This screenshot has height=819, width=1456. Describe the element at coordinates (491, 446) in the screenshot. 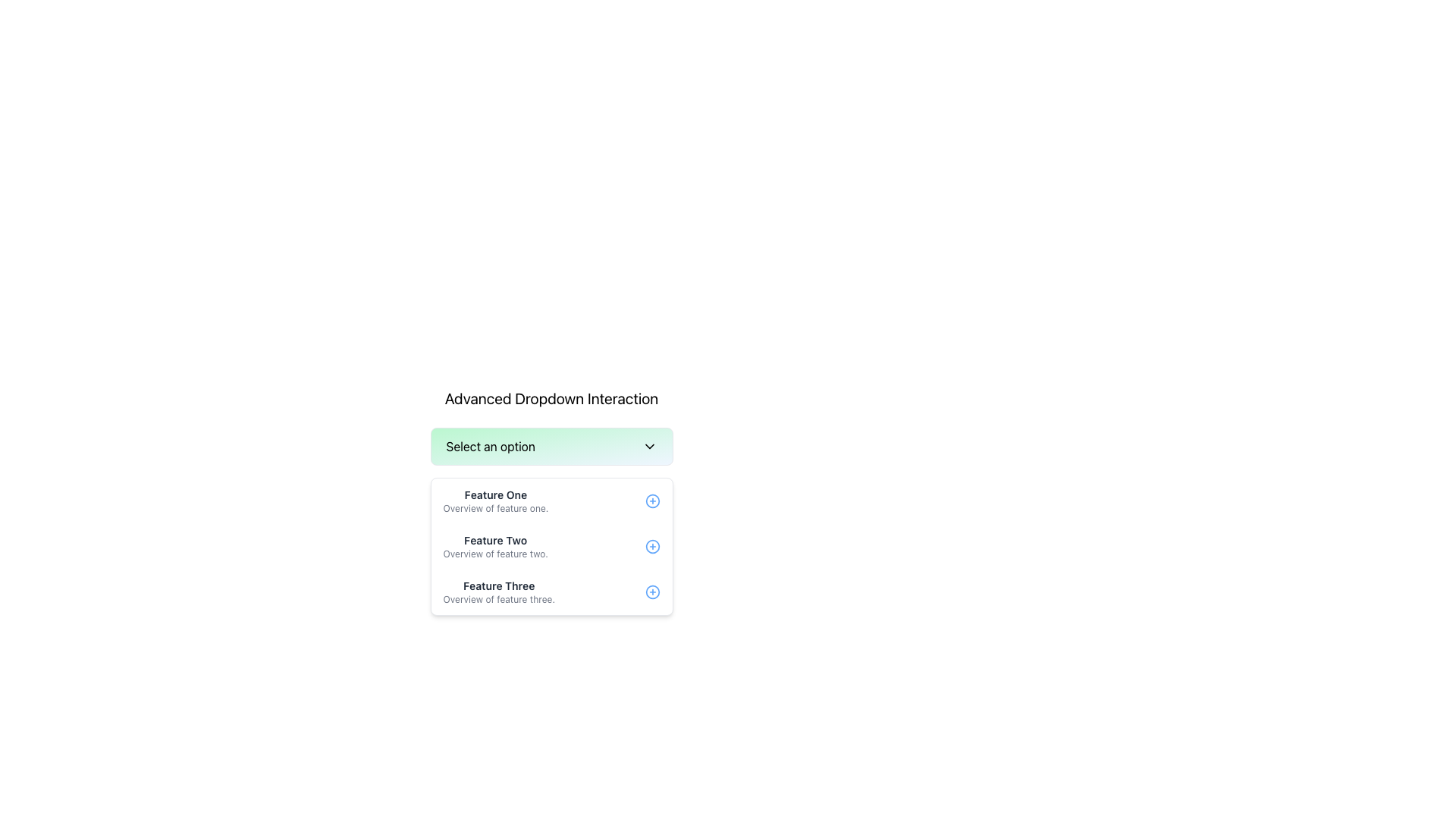

I see `the static label text within the dropdown menu that prompts the user to select an option` at that location.